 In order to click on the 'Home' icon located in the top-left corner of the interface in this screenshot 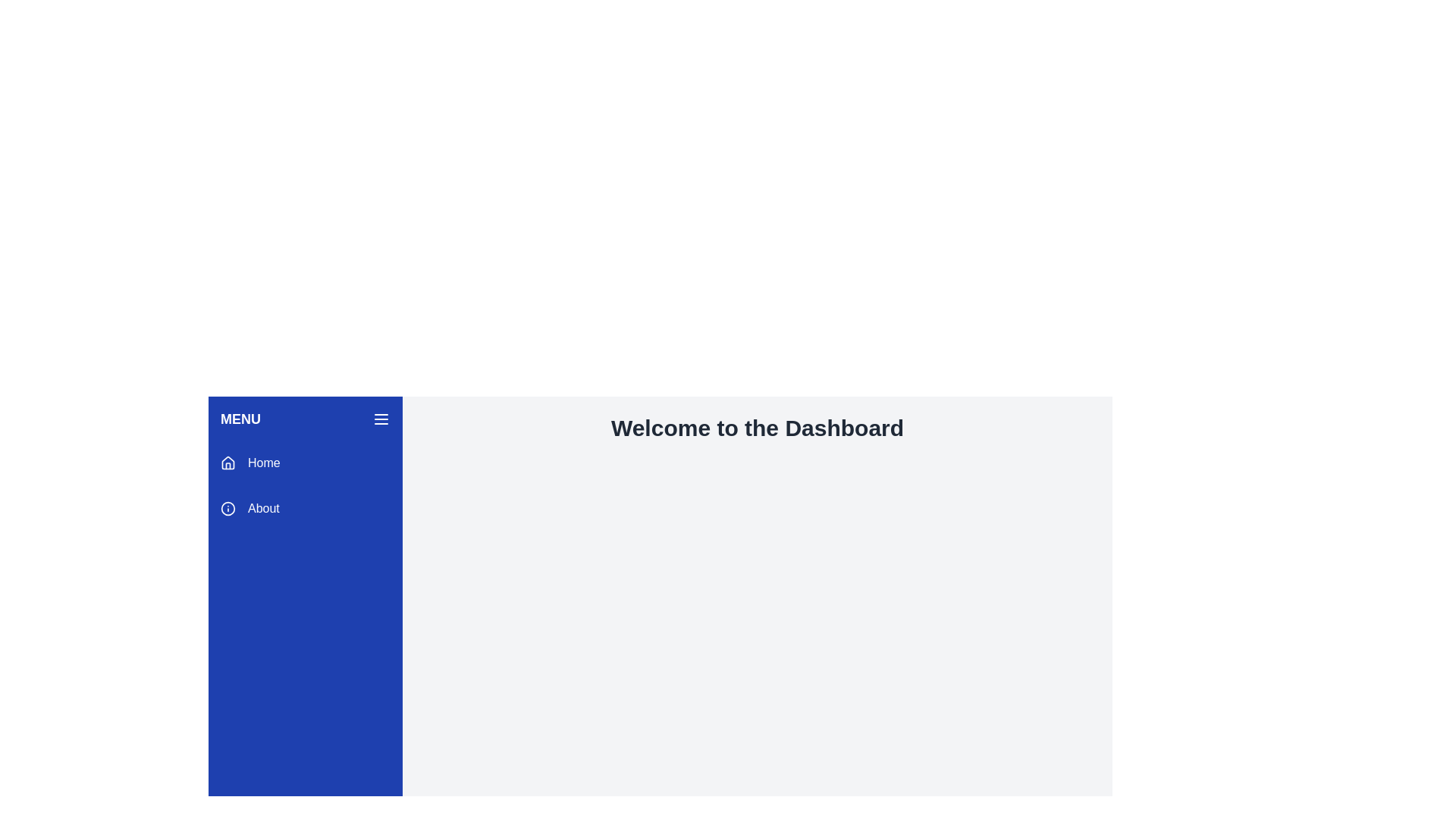, I will do `click(227, 462)`.